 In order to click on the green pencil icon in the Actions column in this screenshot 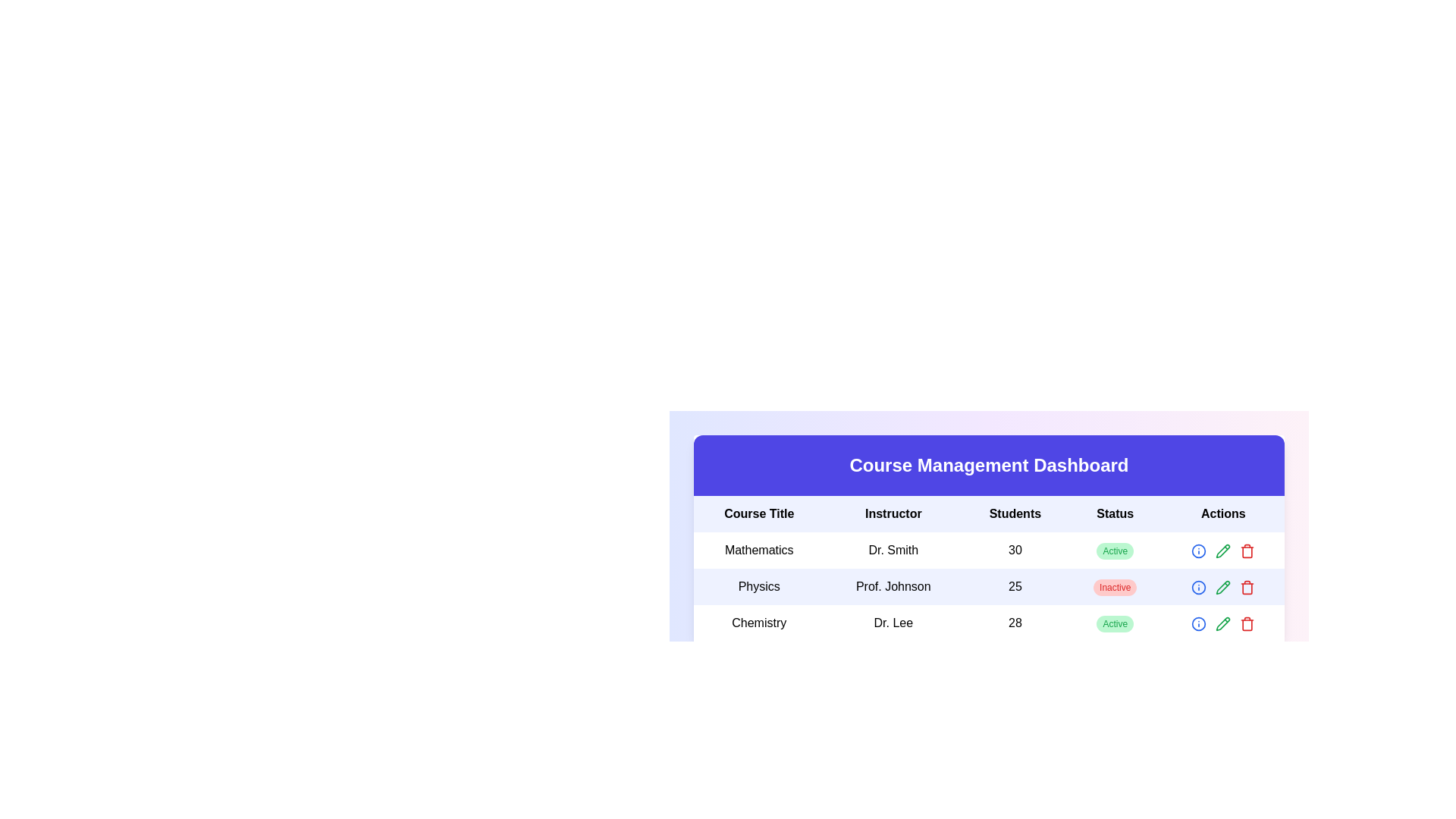, I will do `click(1223, 550)`.